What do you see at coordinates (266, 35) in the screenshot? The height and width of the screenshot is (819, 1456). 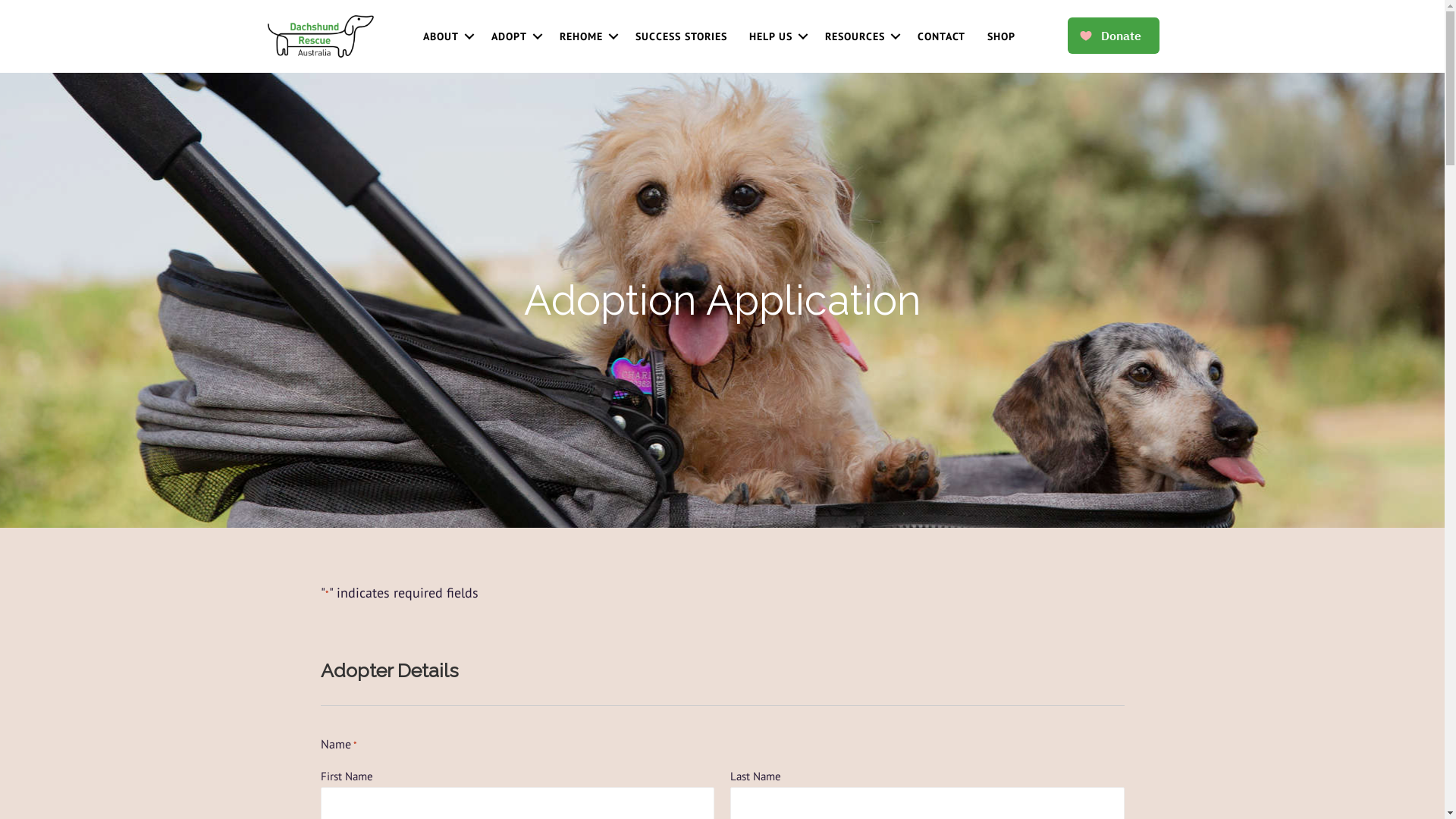 I see `'Logo'` at bounding box center [266, 35].